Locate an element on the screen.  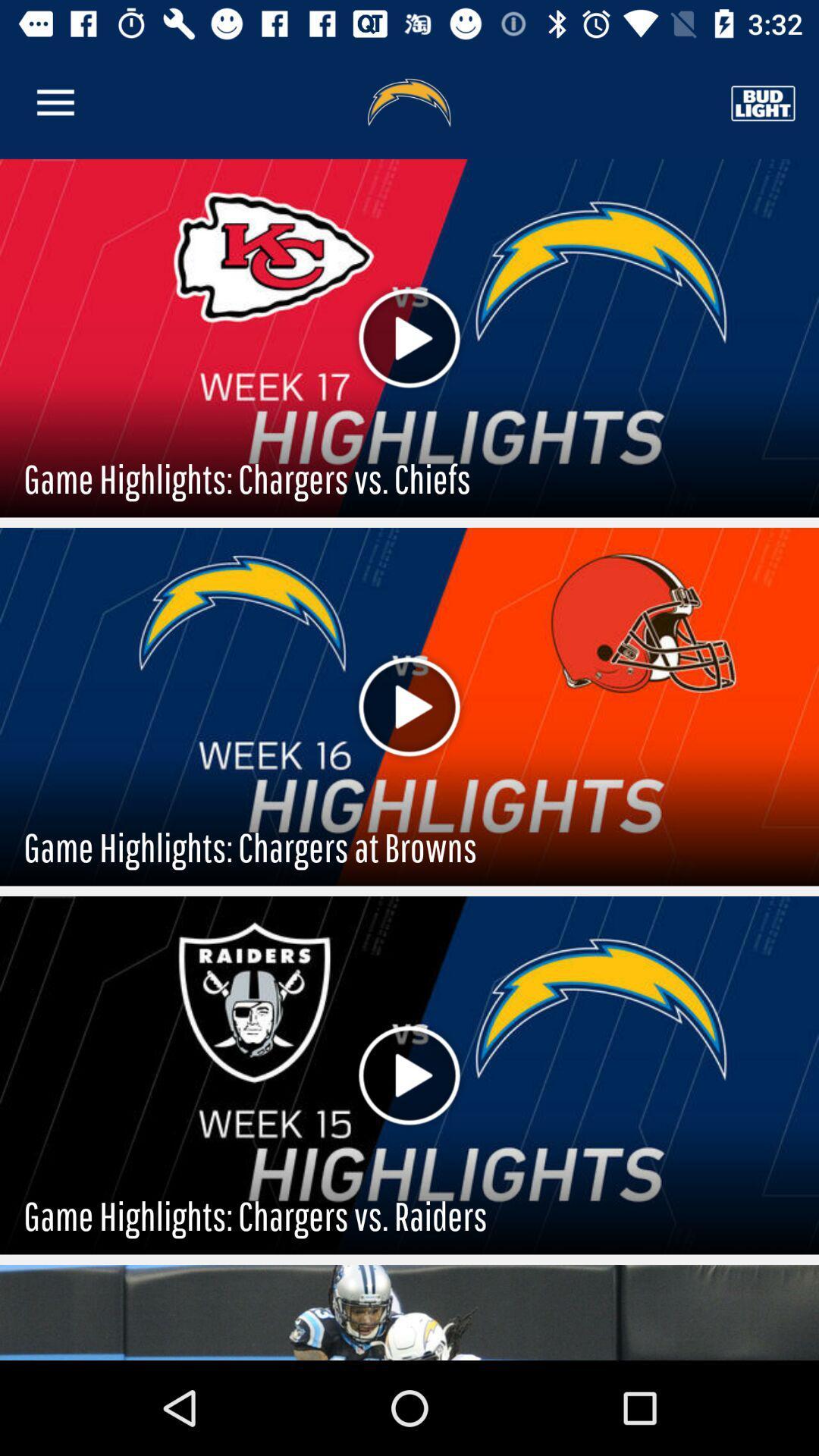
icon at the top left corner is located at coordinates (55, 102).